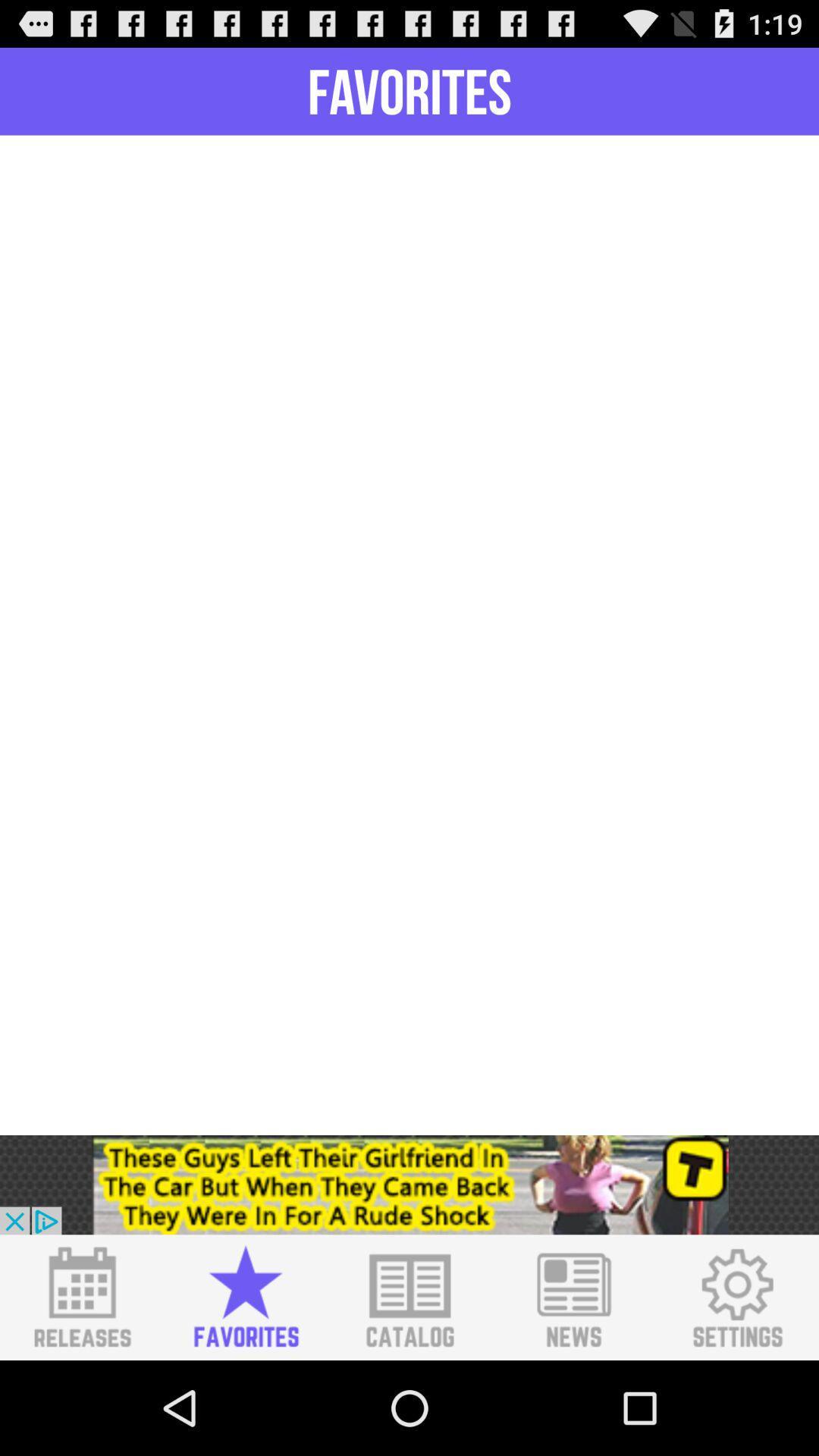 The height and width of the screenshot is (1456, 819). I want to click on click advertisements, so click(409, 1184).